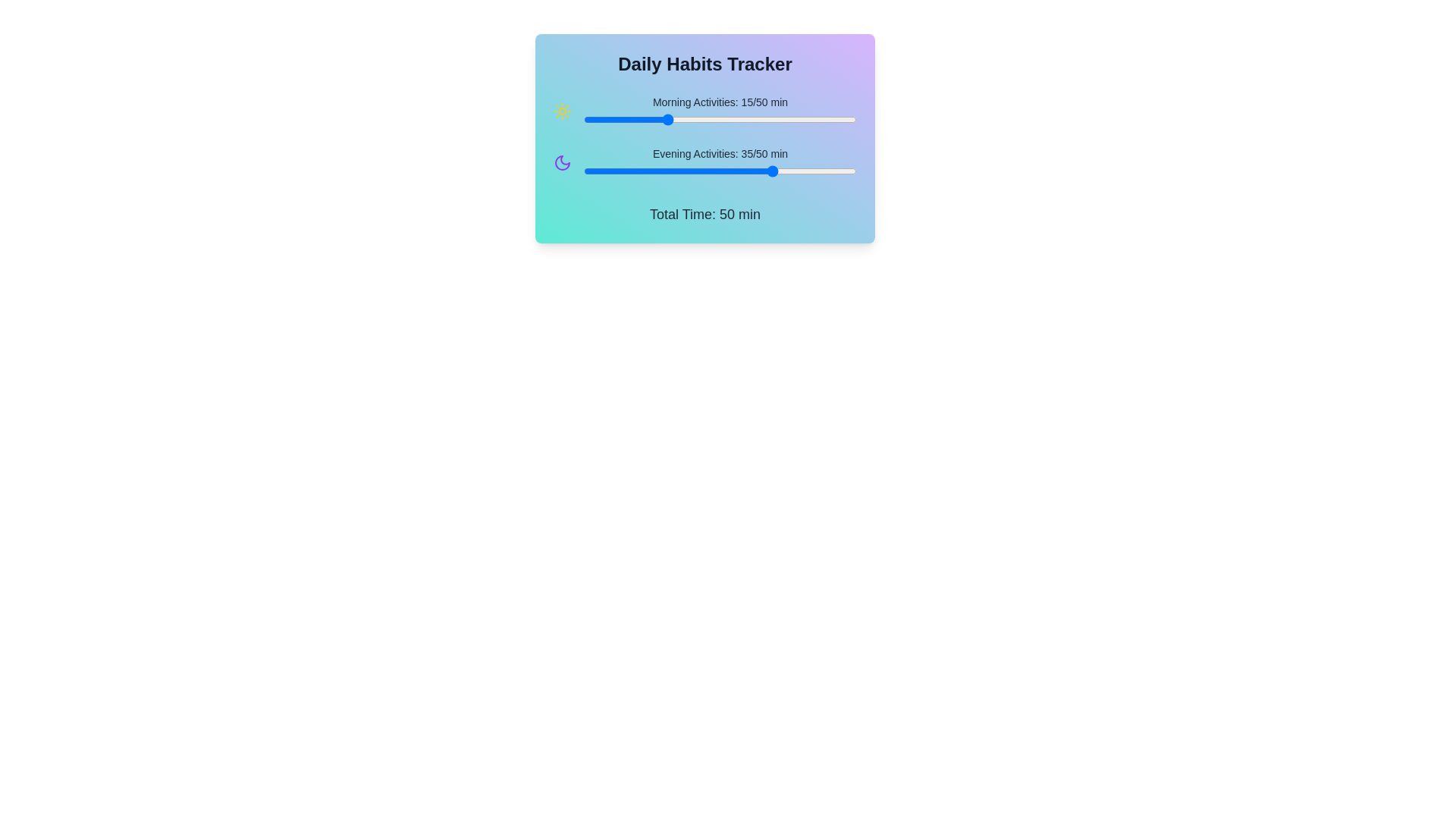 The height and width of the screenshot is (819, 1456). Describe the element at coordinates (562, 163) in the screenshot. I see `the decorative nighttime icon, which is the second icon from the top in a vertical list, located near the top-left corner of the card, above the blue progress bar for 'Evening Activities'` at that location.